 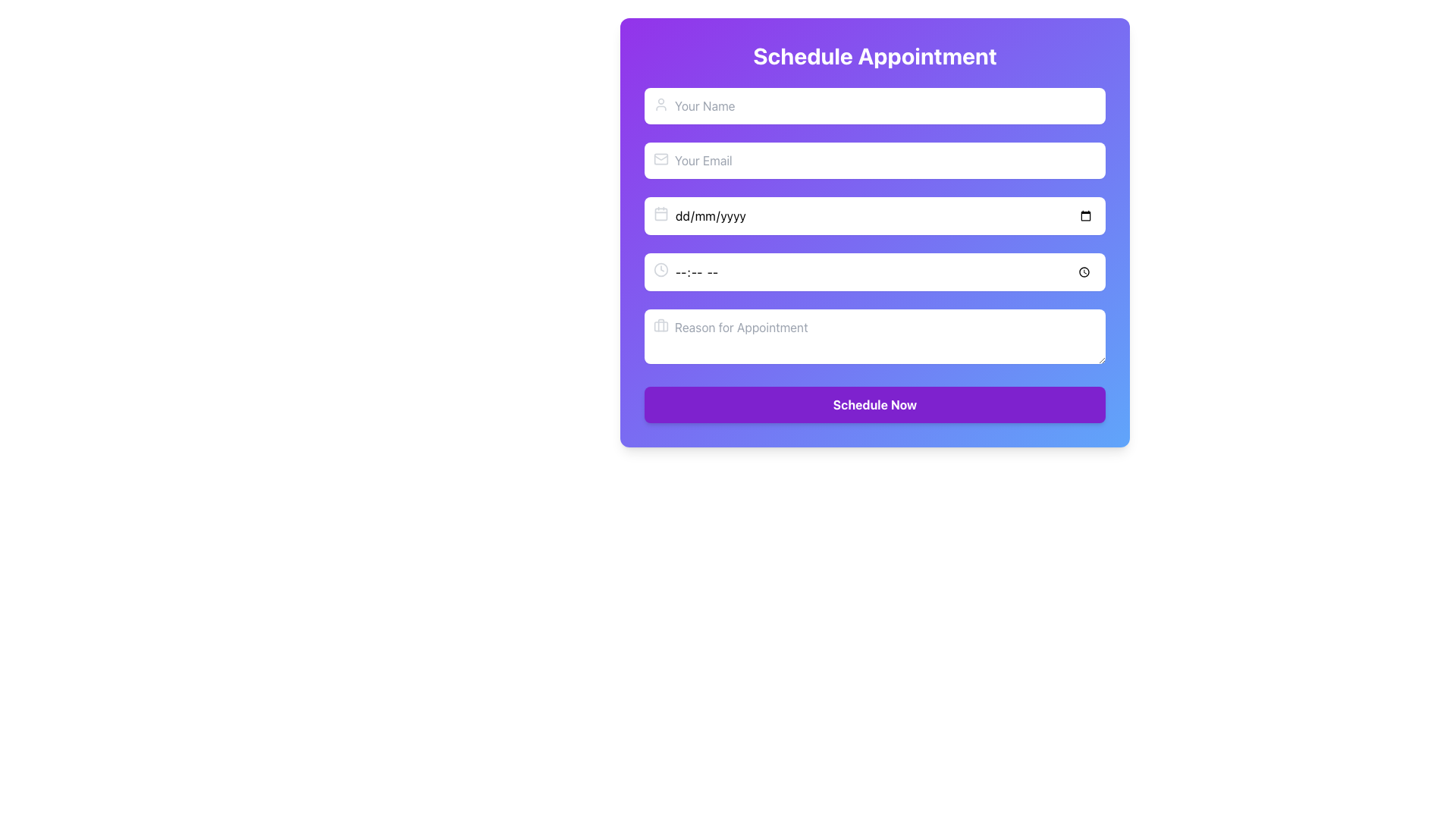 I want to click on the time input field, which is the fourth element in the form, located below the date input with the placeholder 'dd/mm/yyyy', so click(x=874, y=271).